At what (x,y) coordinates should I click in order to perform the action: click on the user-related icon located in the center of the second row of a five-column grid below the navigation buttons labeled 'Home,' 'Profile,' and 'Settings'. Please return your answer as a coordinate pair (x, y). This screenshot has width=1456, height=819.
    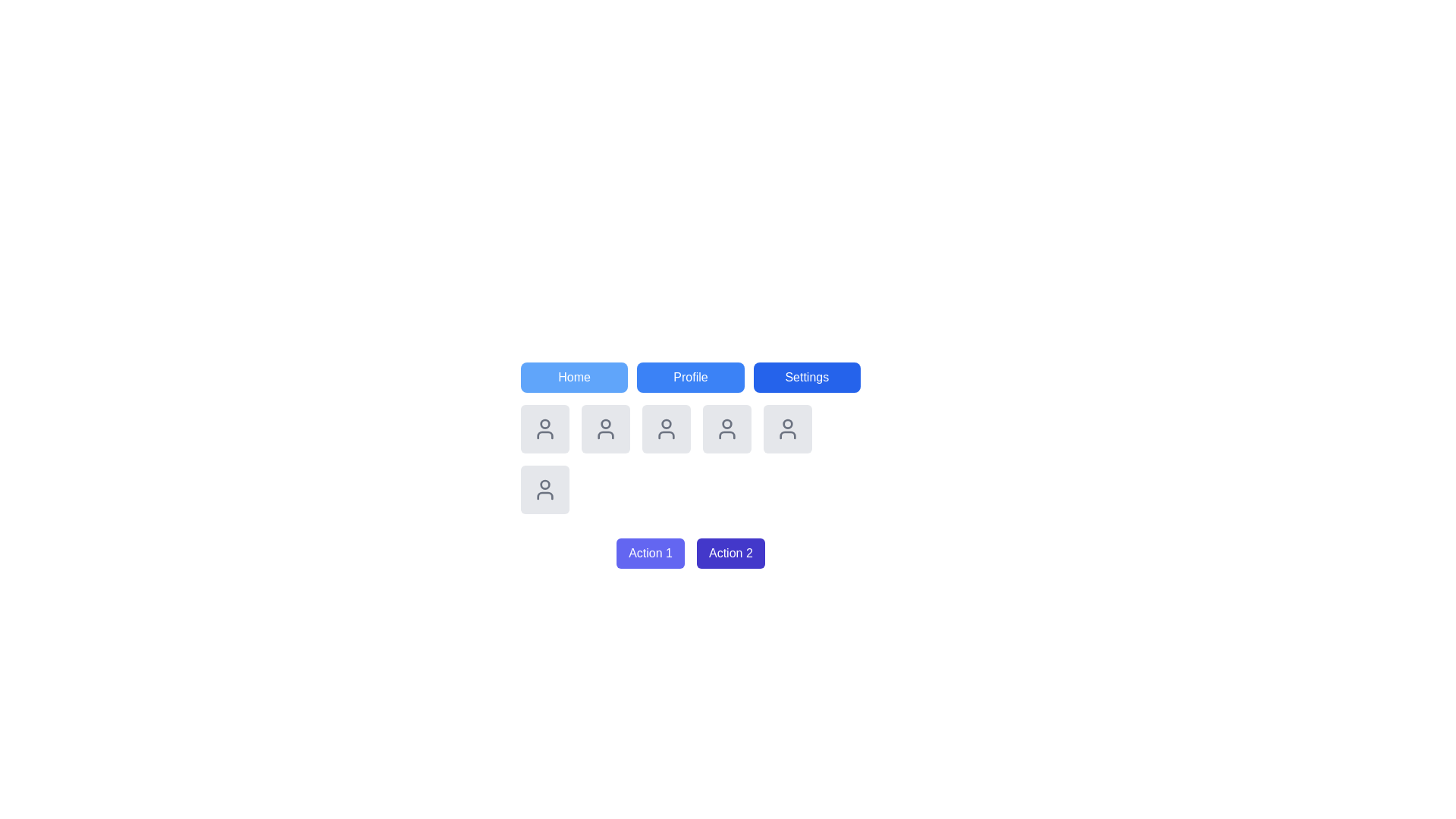
    Looking at the image, I should click on (666, 429).